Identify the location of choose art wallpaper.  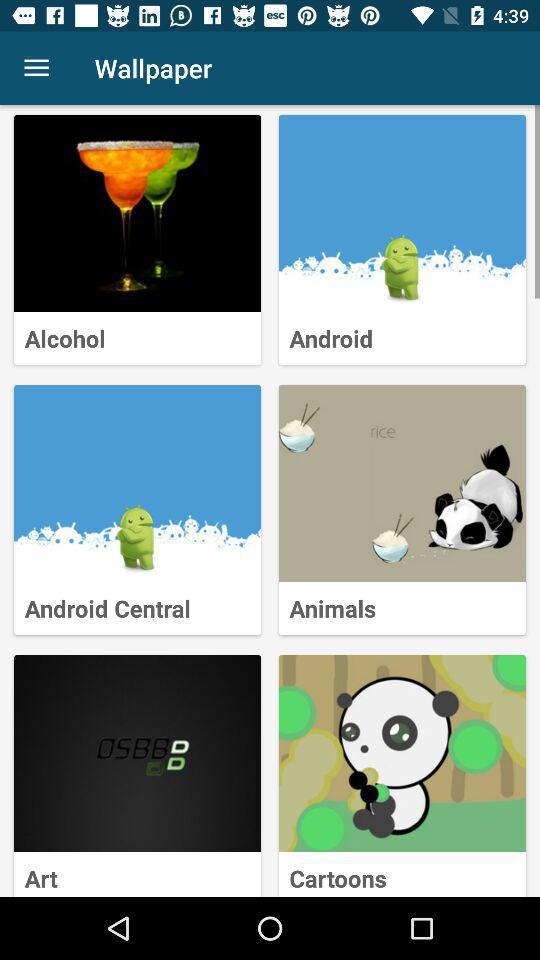
(136, 752).